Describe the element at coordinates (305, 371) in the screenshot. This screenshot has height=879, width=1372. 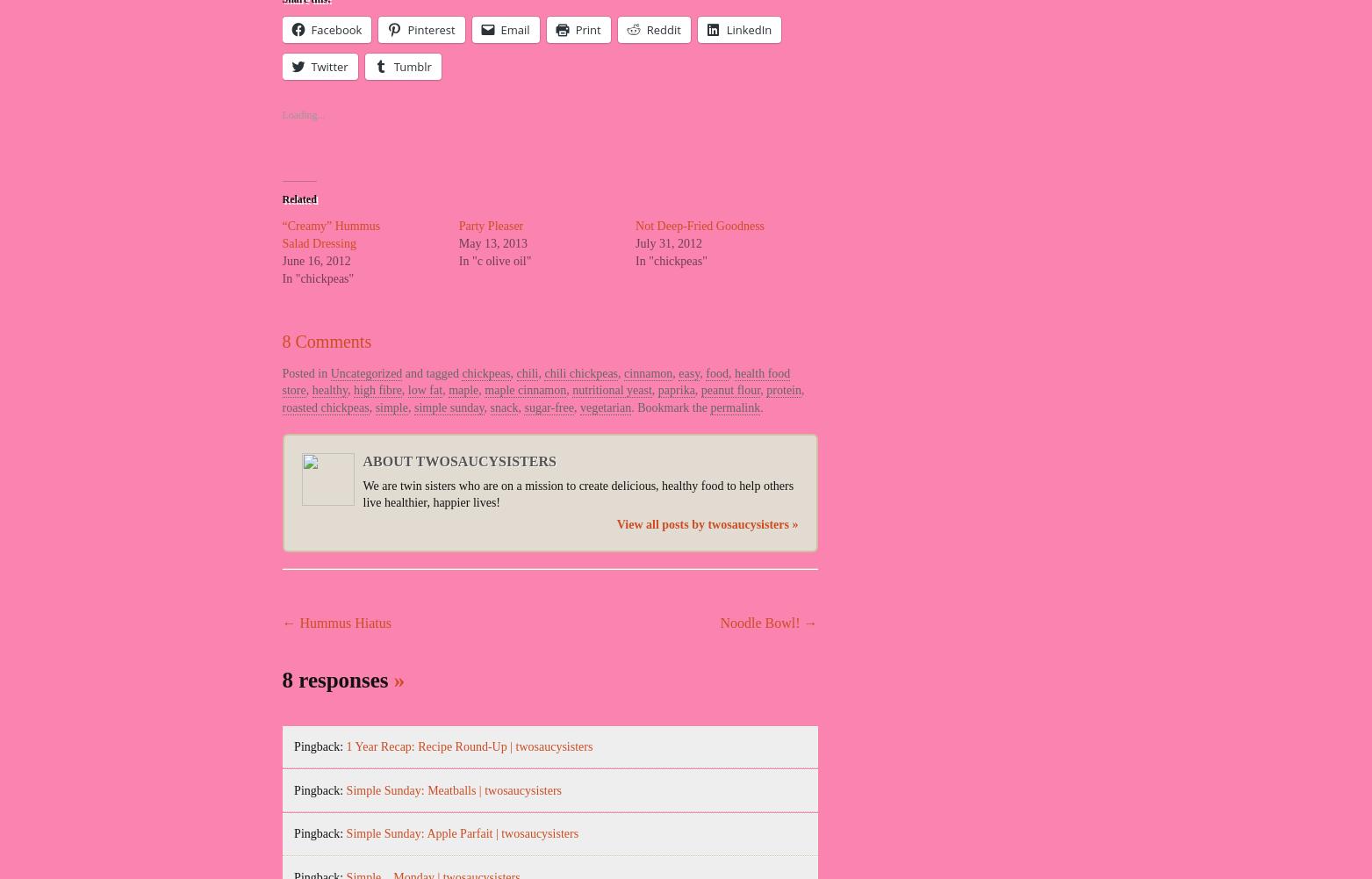
I see `'Posted in'` at that location.